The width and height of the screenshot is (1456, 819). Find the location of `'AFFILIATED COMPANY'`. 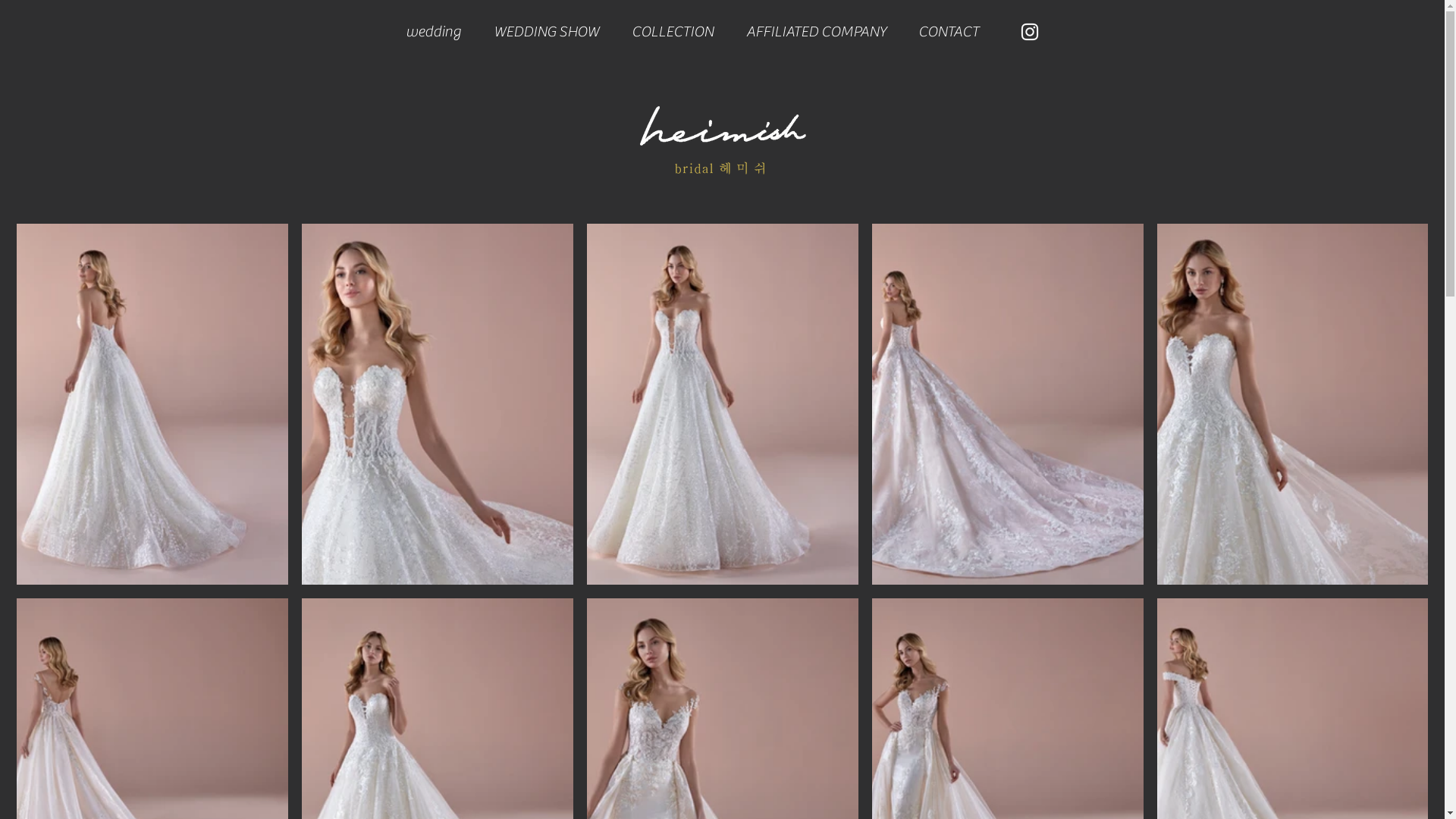

'AFFILIATED COMPANY' is located at coordinates (814, 31).